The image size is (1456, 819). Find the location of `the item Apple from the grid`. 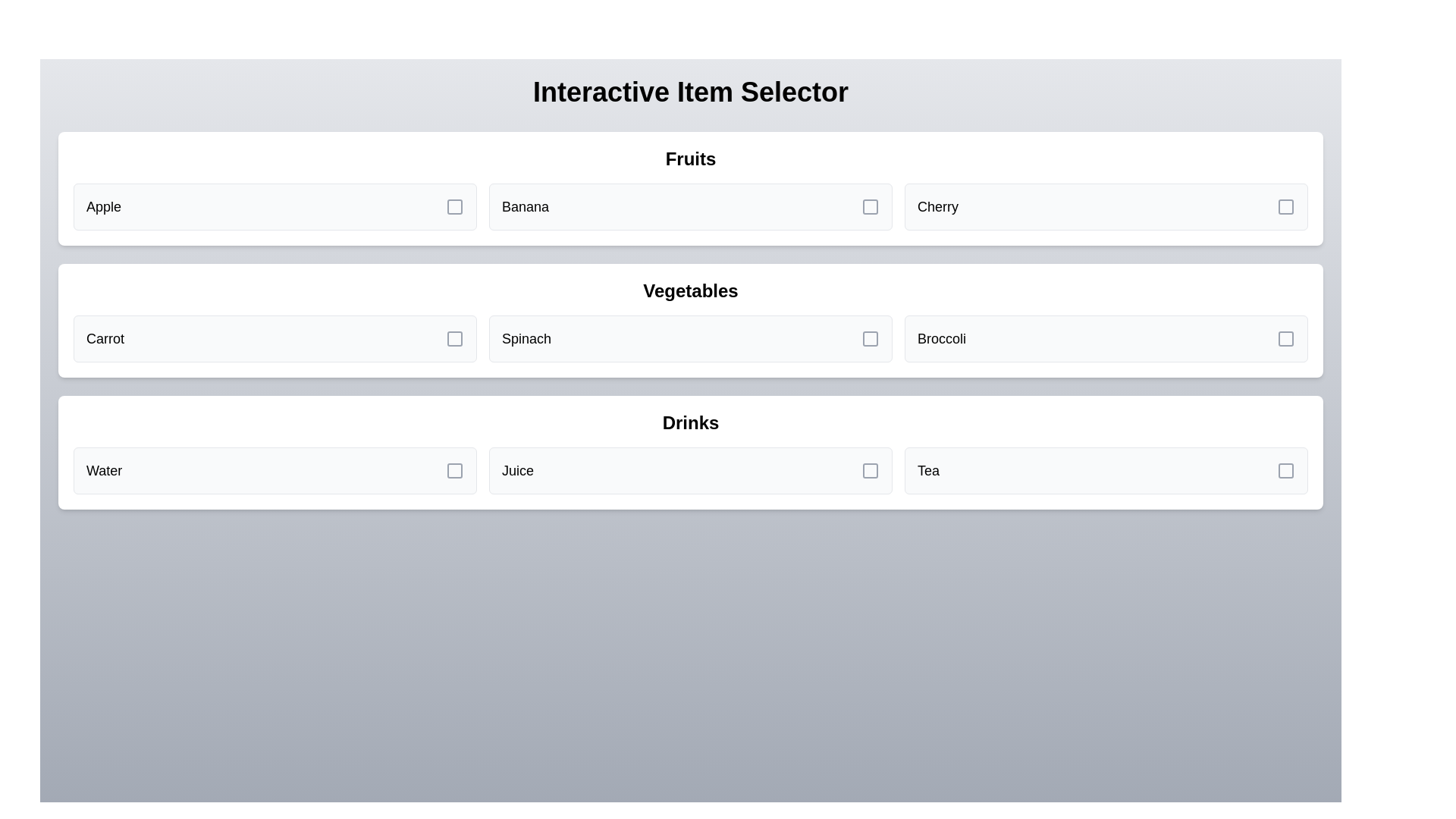

the item Apple from the grid is located at coordinates (275, 207).